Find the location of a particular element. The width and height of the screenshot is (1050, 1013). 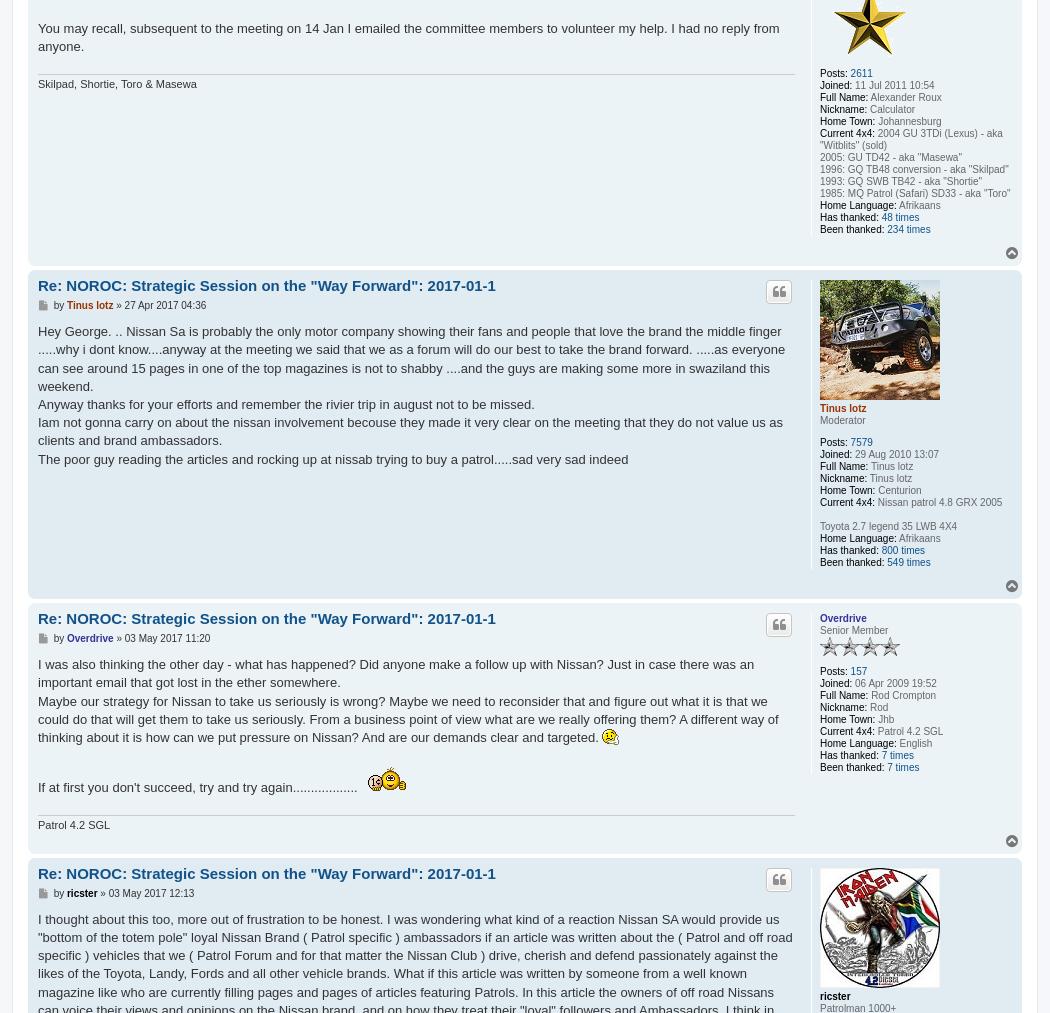

'Maybe our strategy for Nissan to take us seriously is wrong? Maybe we need to reconsider that and figure out what it is that we could do that will get them to take us seriously. From a business point of view what are we really offering them? A different way of thinking about it is how can we put pressure on Nissan? And are our demands clear and targeted.' is located at coordinates (408, 719).